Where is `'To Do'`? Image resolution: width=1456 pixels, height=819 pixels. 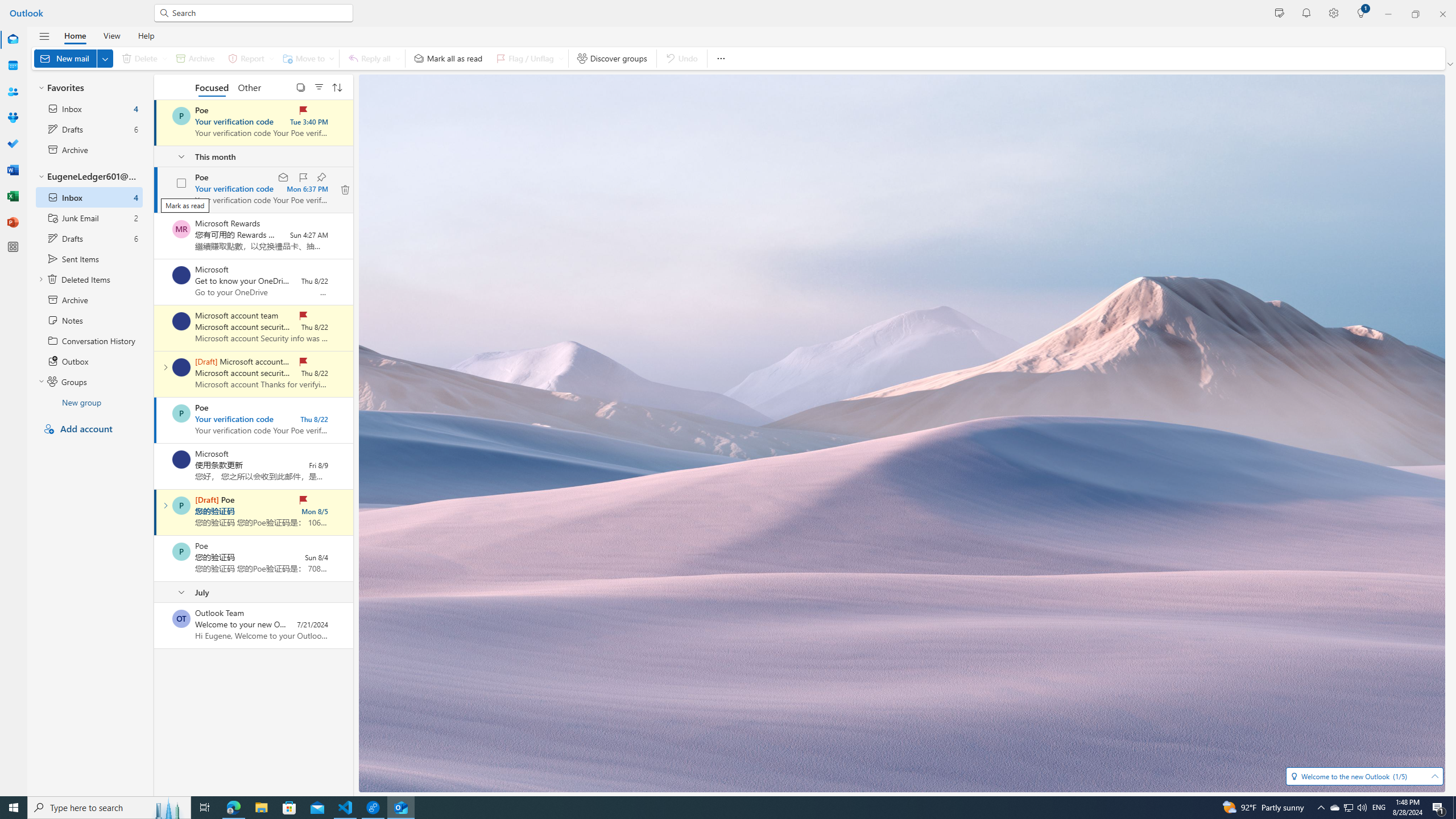 'To Do' is located at coordinates (13, 143).